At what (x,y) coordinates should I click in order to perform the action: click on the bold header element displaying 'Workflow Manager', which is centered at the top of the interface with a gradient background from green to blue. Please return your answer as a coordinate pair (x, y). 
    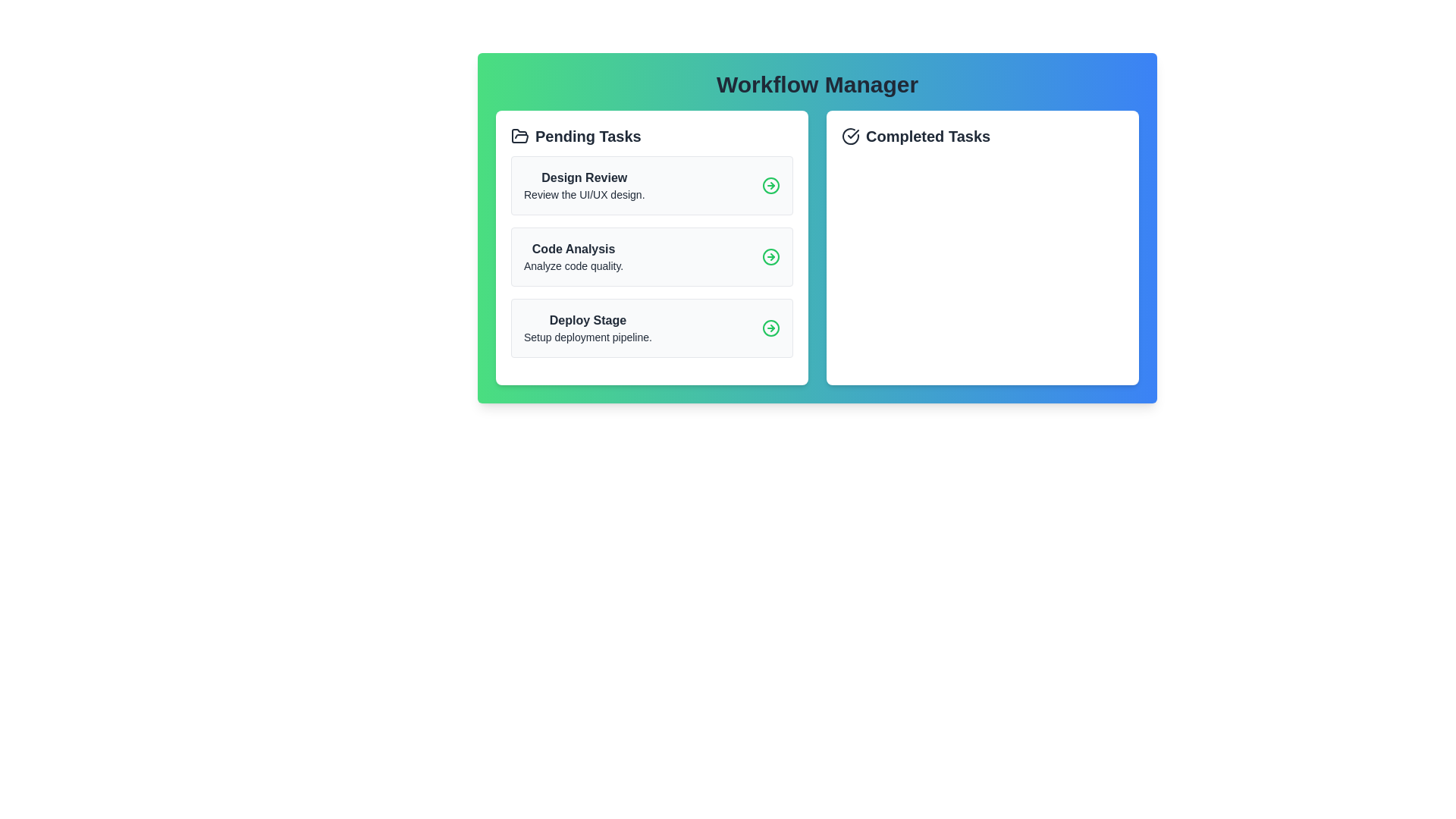
    Looking at the image, I should click on (817, 84).